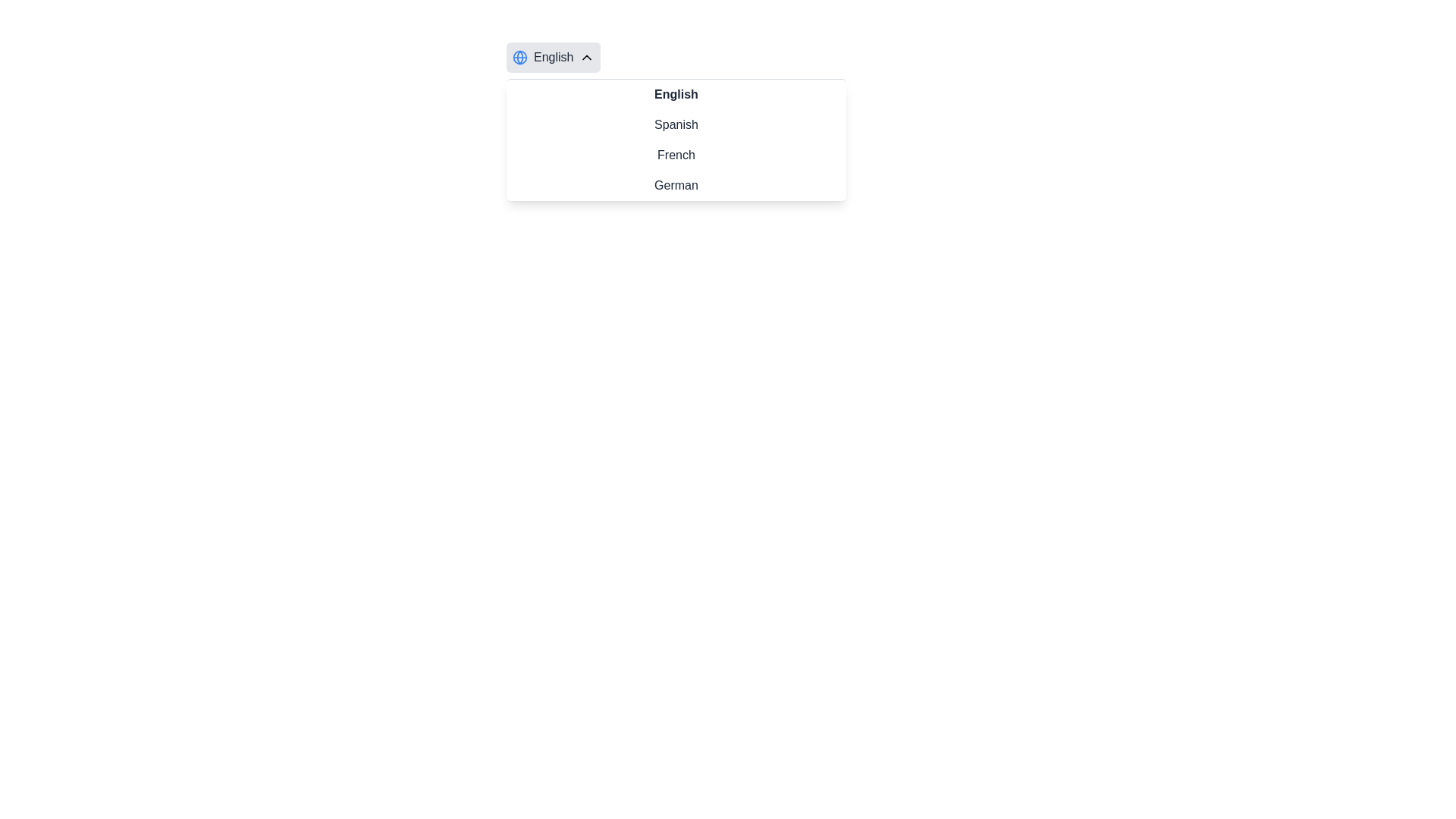 The width and height of the screenshot is (1456, 819). Describe the element at coordinates (676, 94) in the screenshot. I see `the first item in the drop-down list that displays the 'English' language option` at that location.